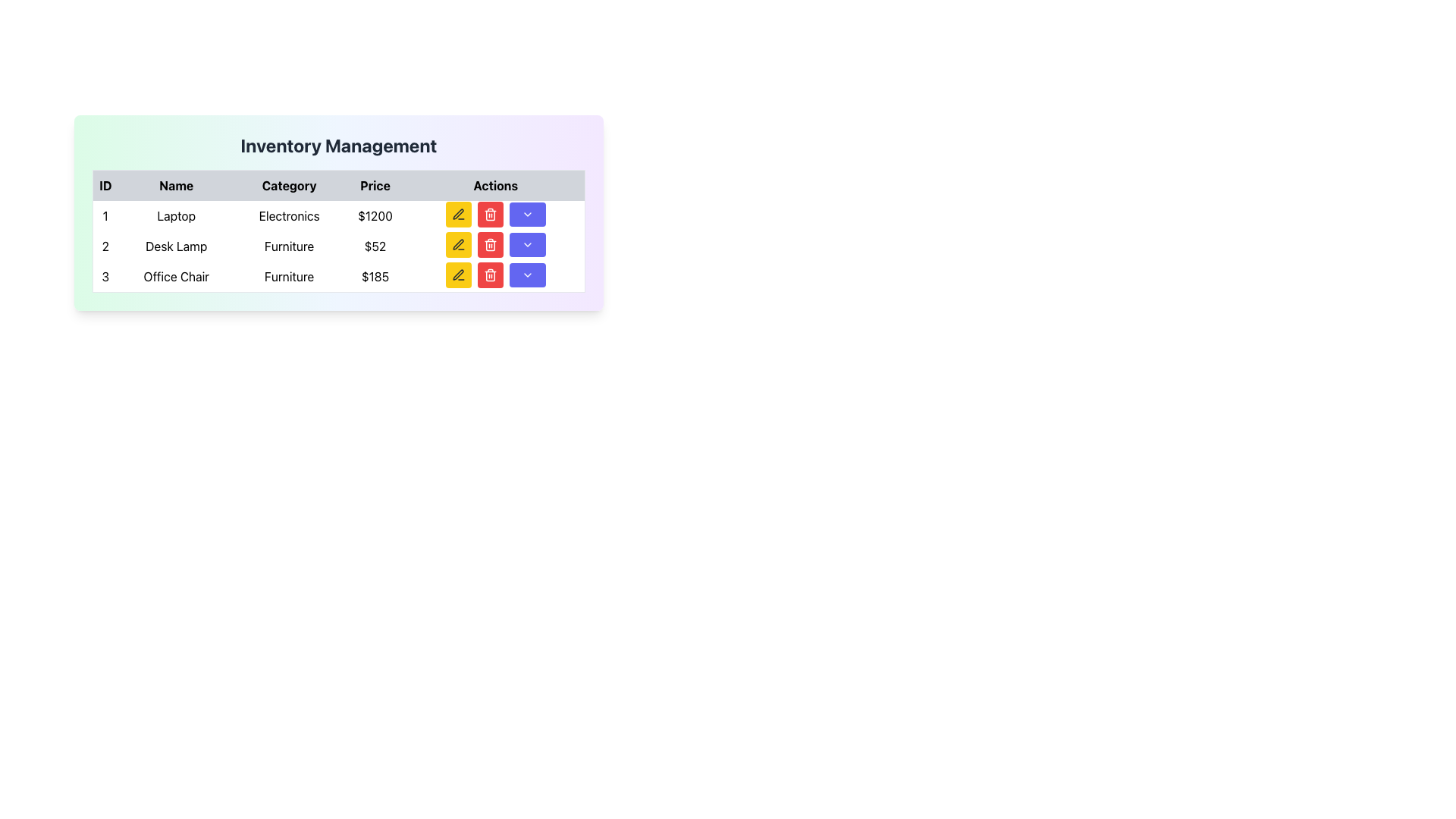 The width and height of the screenshot is (1456, 819). I want to click on the delete icon button in the Actions column of the table, so click(490, 214).